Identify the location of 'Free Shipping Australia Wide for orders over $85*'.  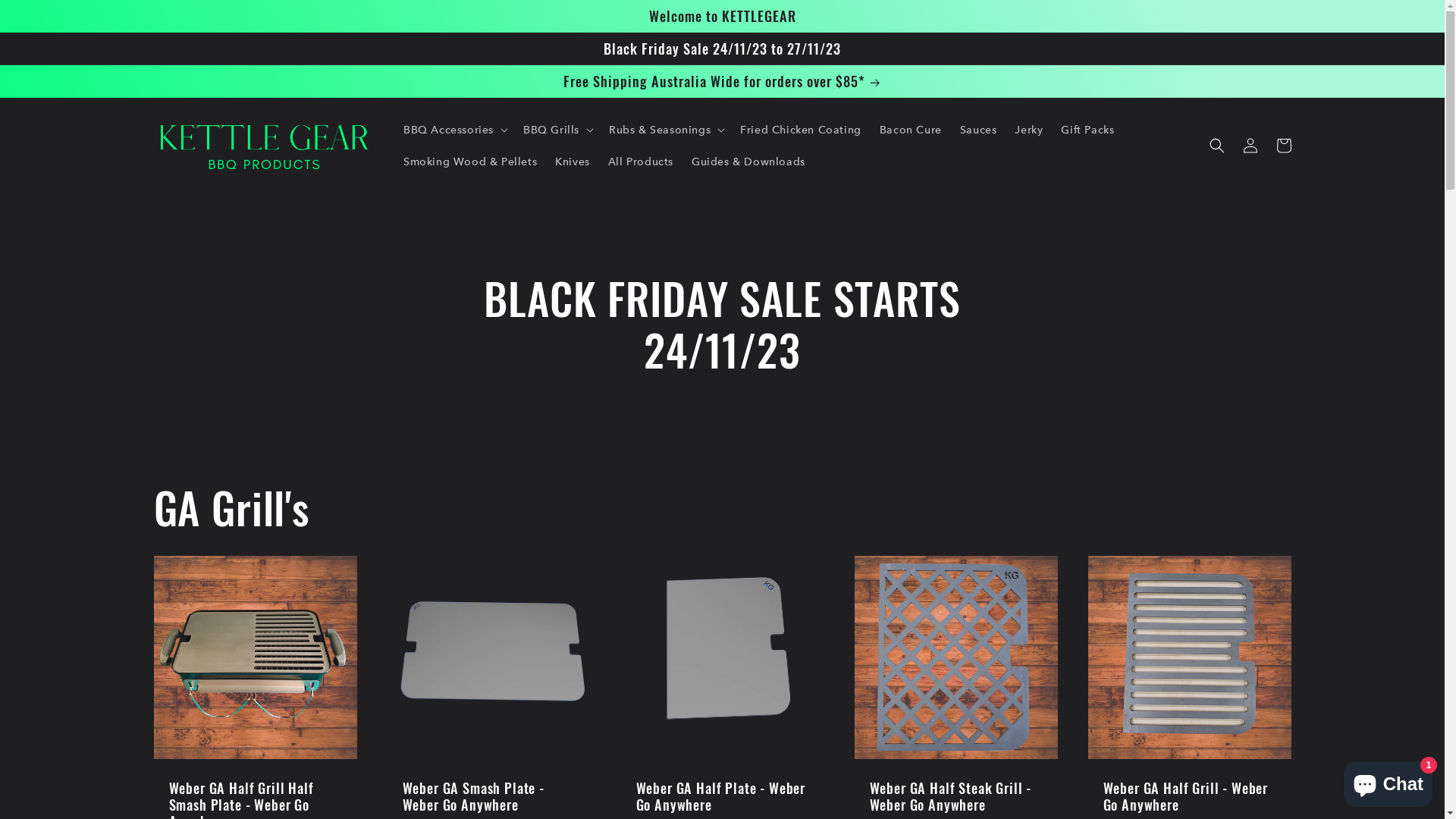
(721, 81).